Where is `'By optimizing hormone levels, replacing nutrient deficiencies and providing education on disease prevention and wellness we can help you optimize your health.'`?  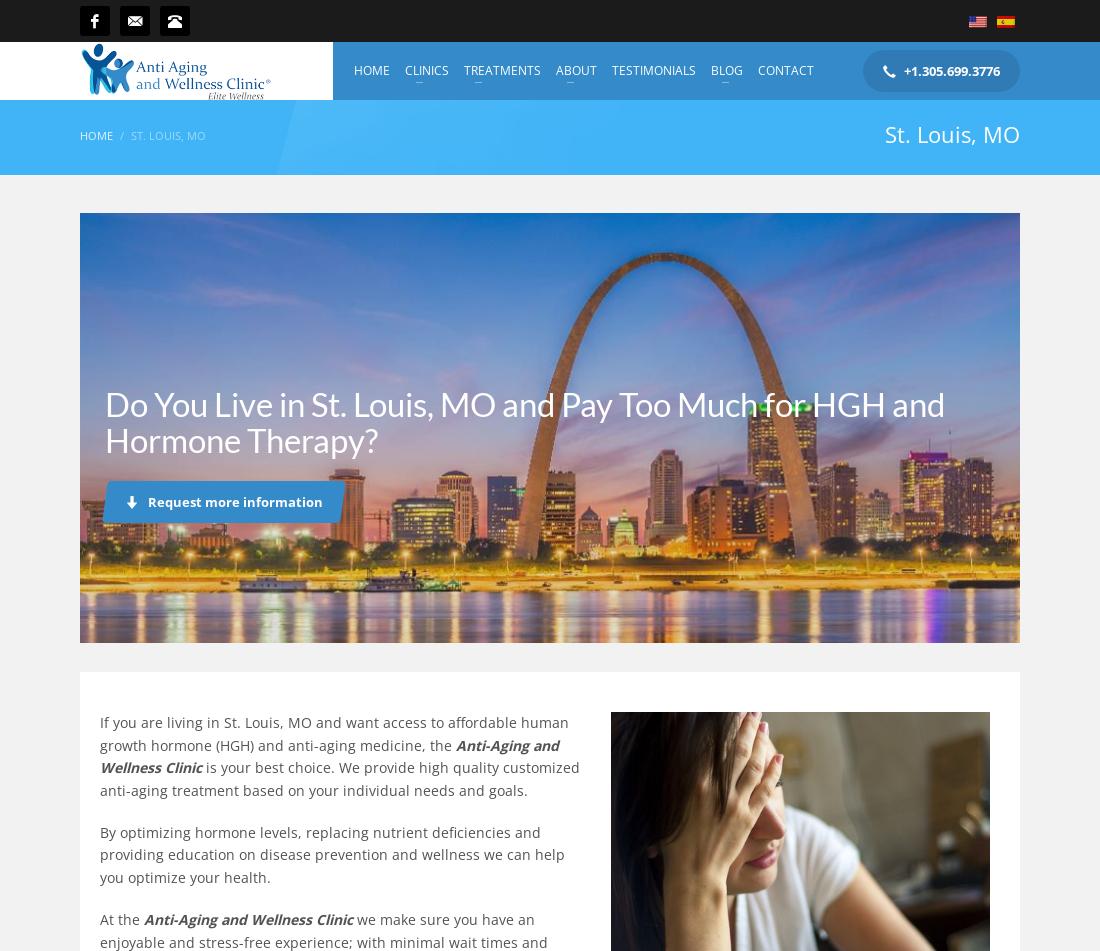
'By optimizing hormone levels, replacing nutrient deficiencies and providing education on disease prevention and wellness we can help you optimize your health.' is located at coordinates (331, 852).